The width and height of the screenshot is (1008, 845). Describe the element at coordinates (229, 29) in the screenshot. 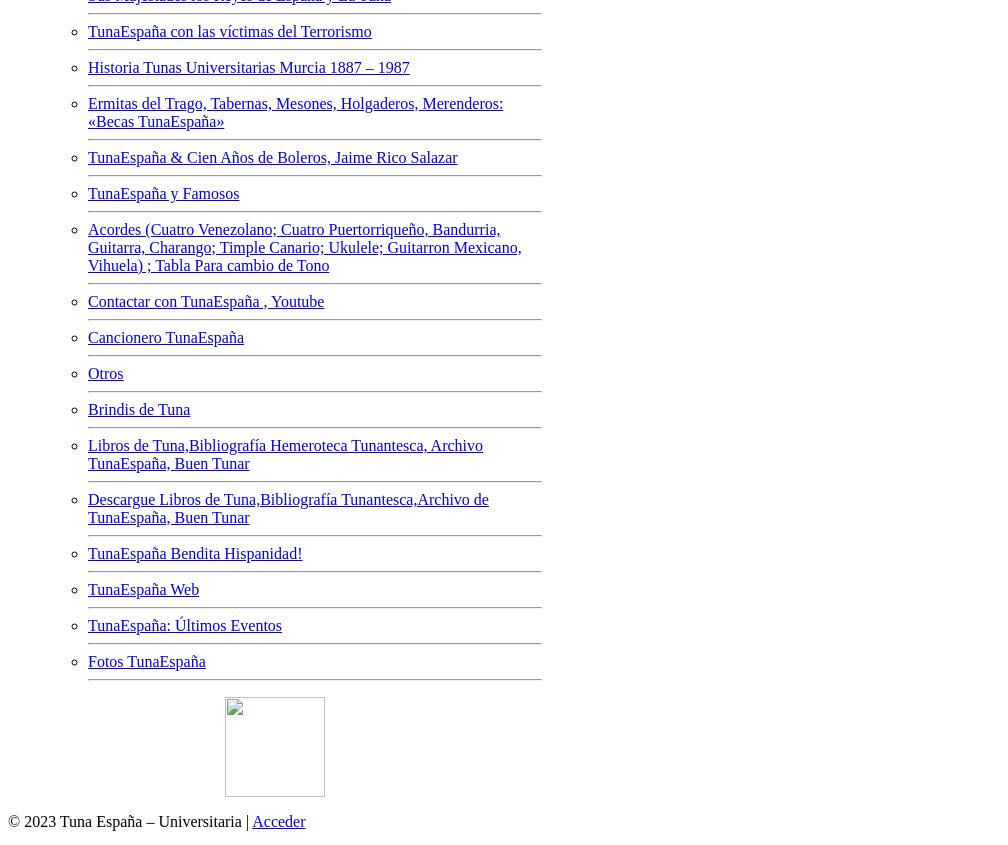

I see `'TunaEspaña con las víctimas del Terrorismo'` at that location.